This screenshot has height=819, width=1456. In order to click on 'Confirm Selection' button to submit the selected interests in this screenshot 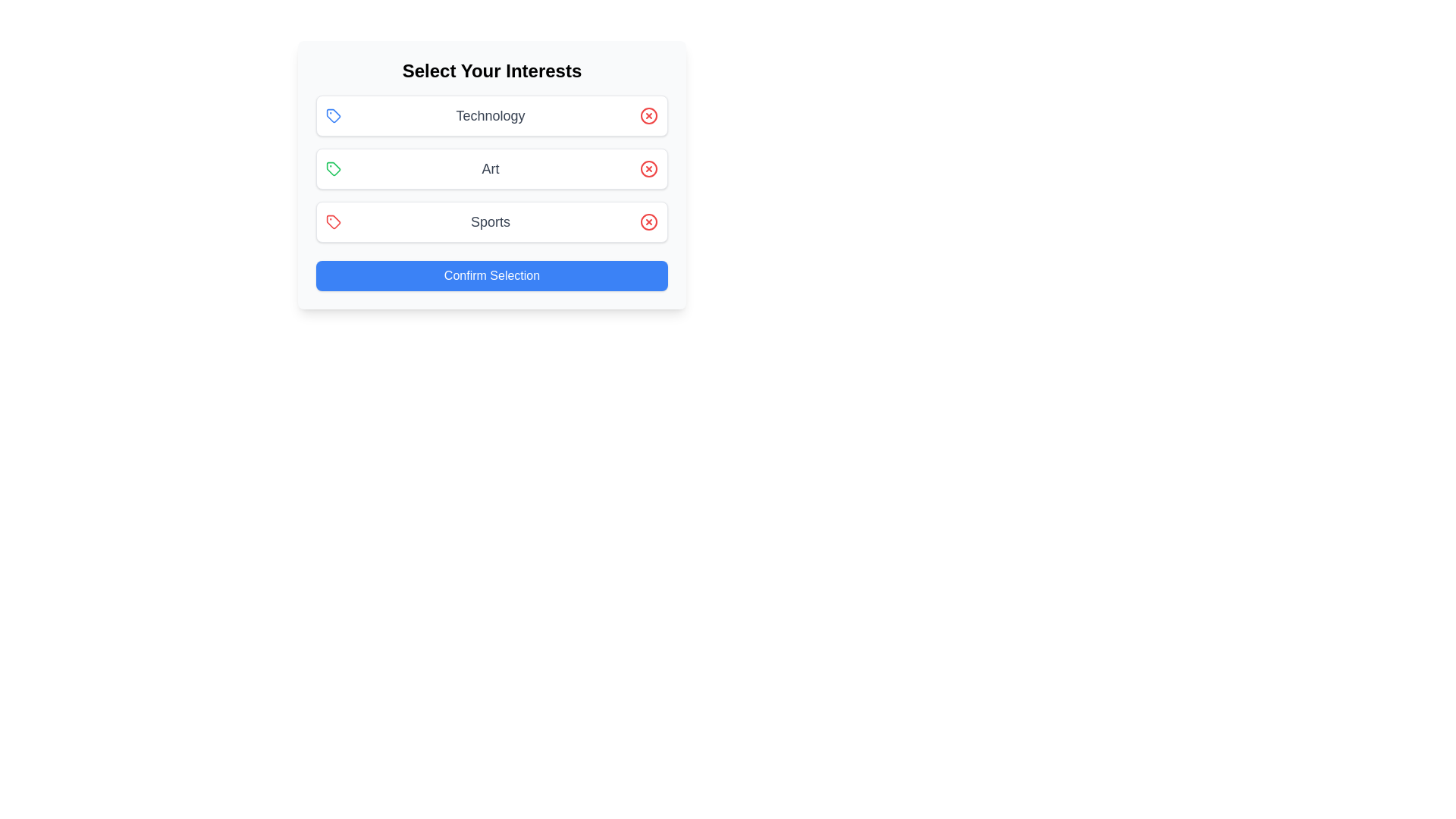, I will do `click(491, 275)`.